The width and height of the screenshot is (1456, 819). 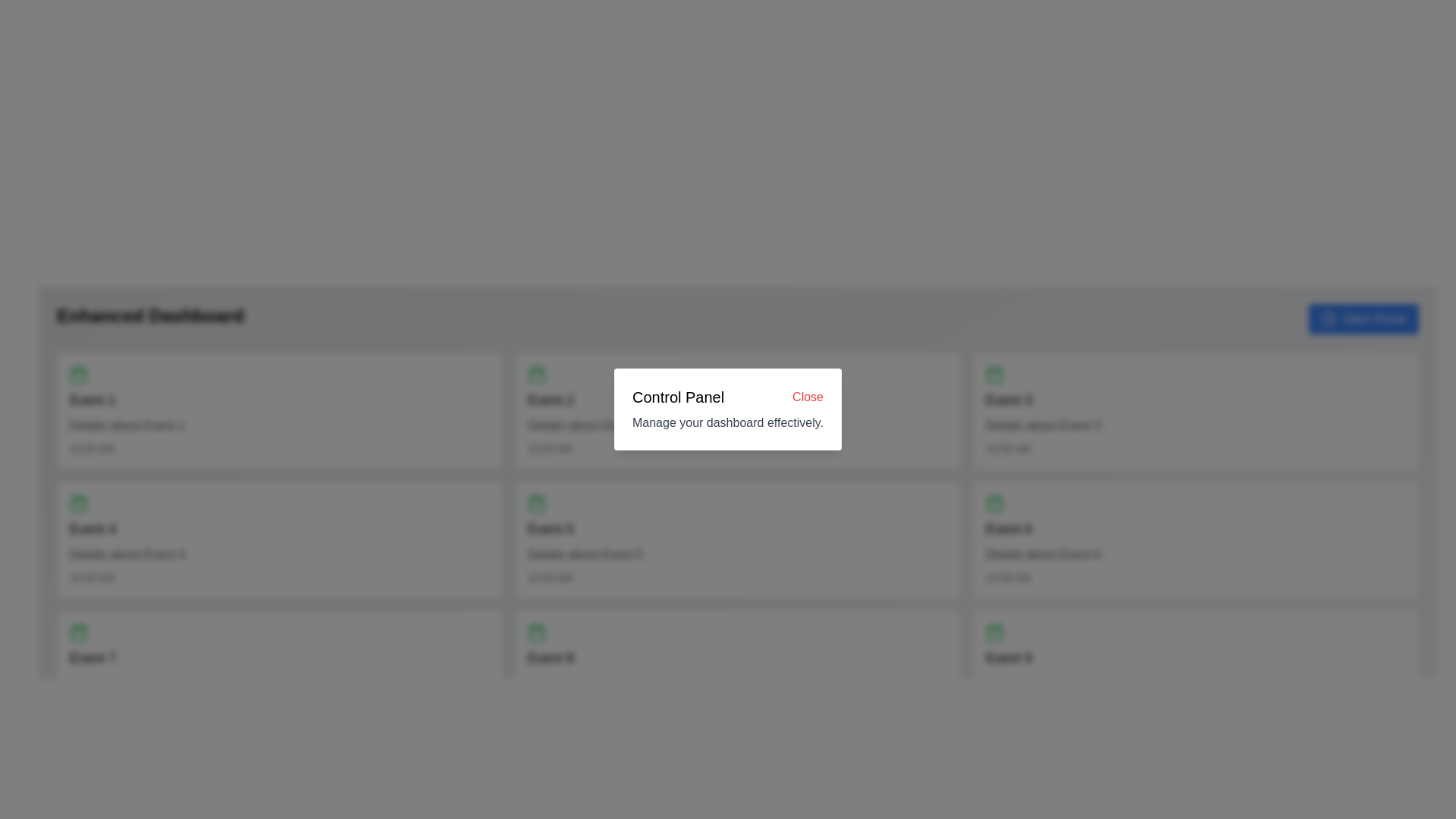 What do you see at coordinates (728, 397) in the screenshot?
I see `the Header bar titled 'Control Panel' which contains the 'Close' button on the right side in red text` at bounding box center [728, 397].